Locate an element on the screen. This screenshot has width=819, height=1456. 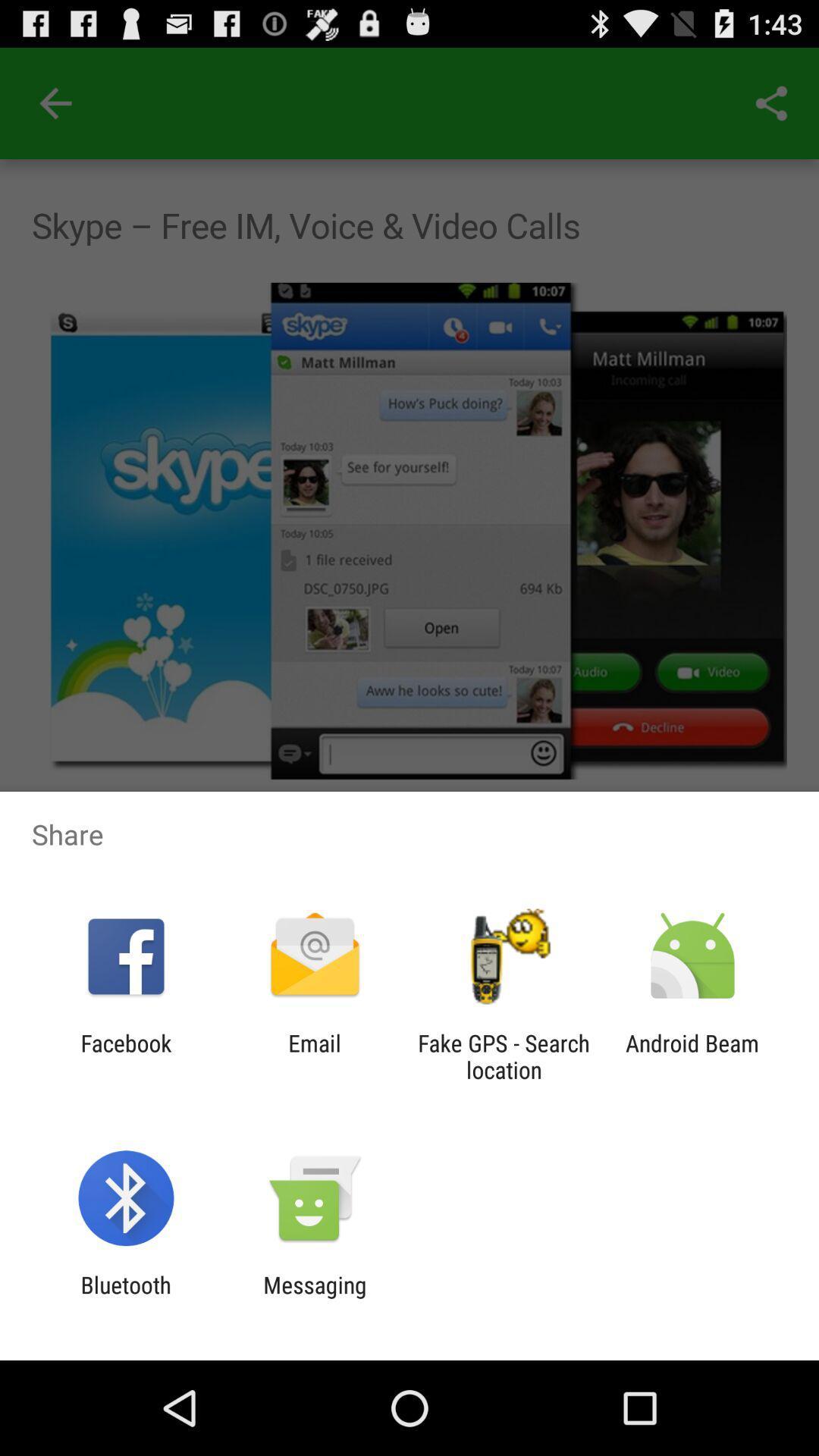
icon next to fake gps search app is located at coordinates (314, 1056).